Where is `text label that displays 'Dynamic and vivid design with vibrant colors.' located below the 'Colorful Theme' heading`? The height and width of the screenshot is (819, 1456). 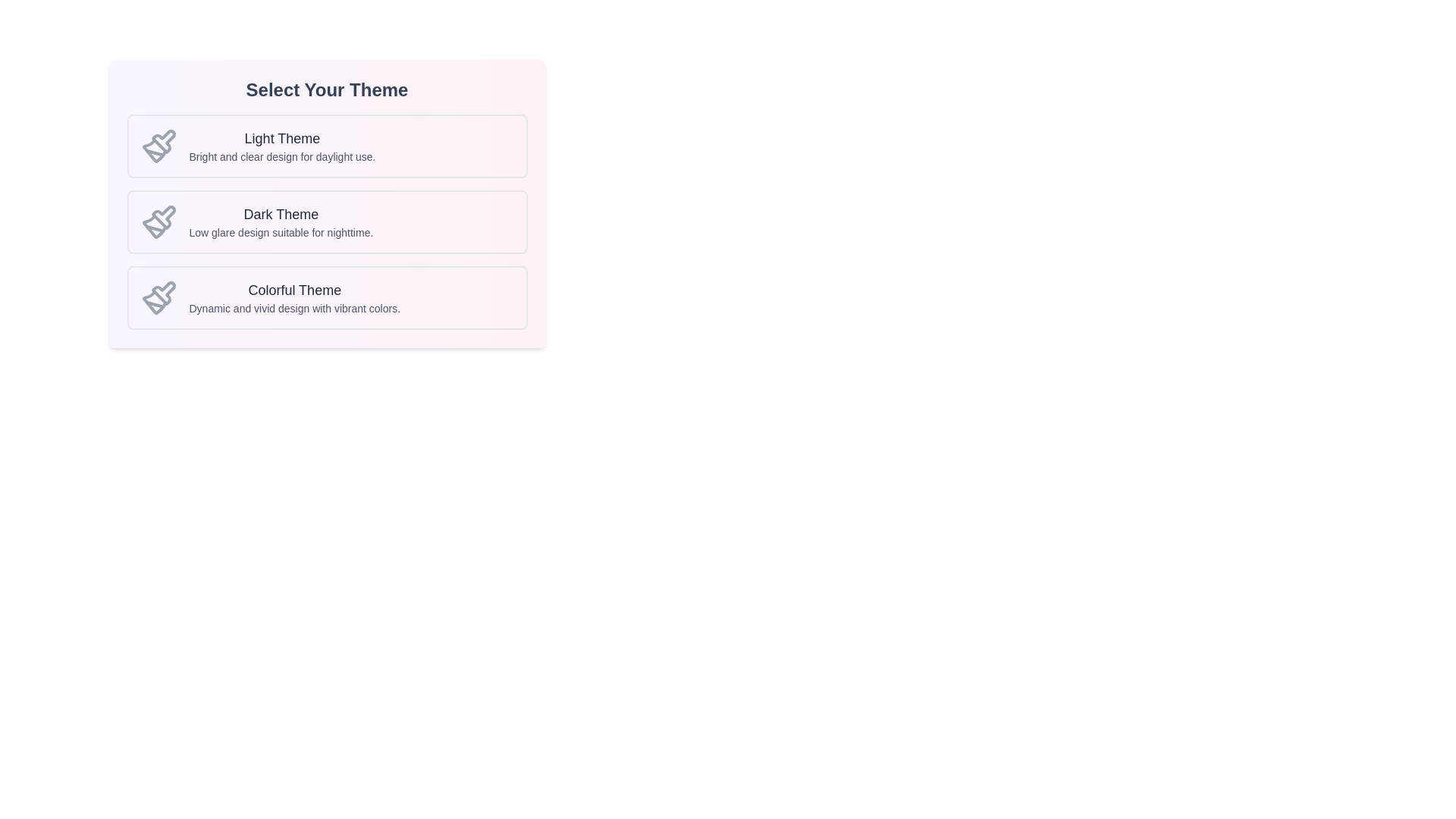 text label that displays 'Dynamic and vivid design with vibrant colors.' located below the 'Colorful Theme' heading is located at coordinates (294, 308).